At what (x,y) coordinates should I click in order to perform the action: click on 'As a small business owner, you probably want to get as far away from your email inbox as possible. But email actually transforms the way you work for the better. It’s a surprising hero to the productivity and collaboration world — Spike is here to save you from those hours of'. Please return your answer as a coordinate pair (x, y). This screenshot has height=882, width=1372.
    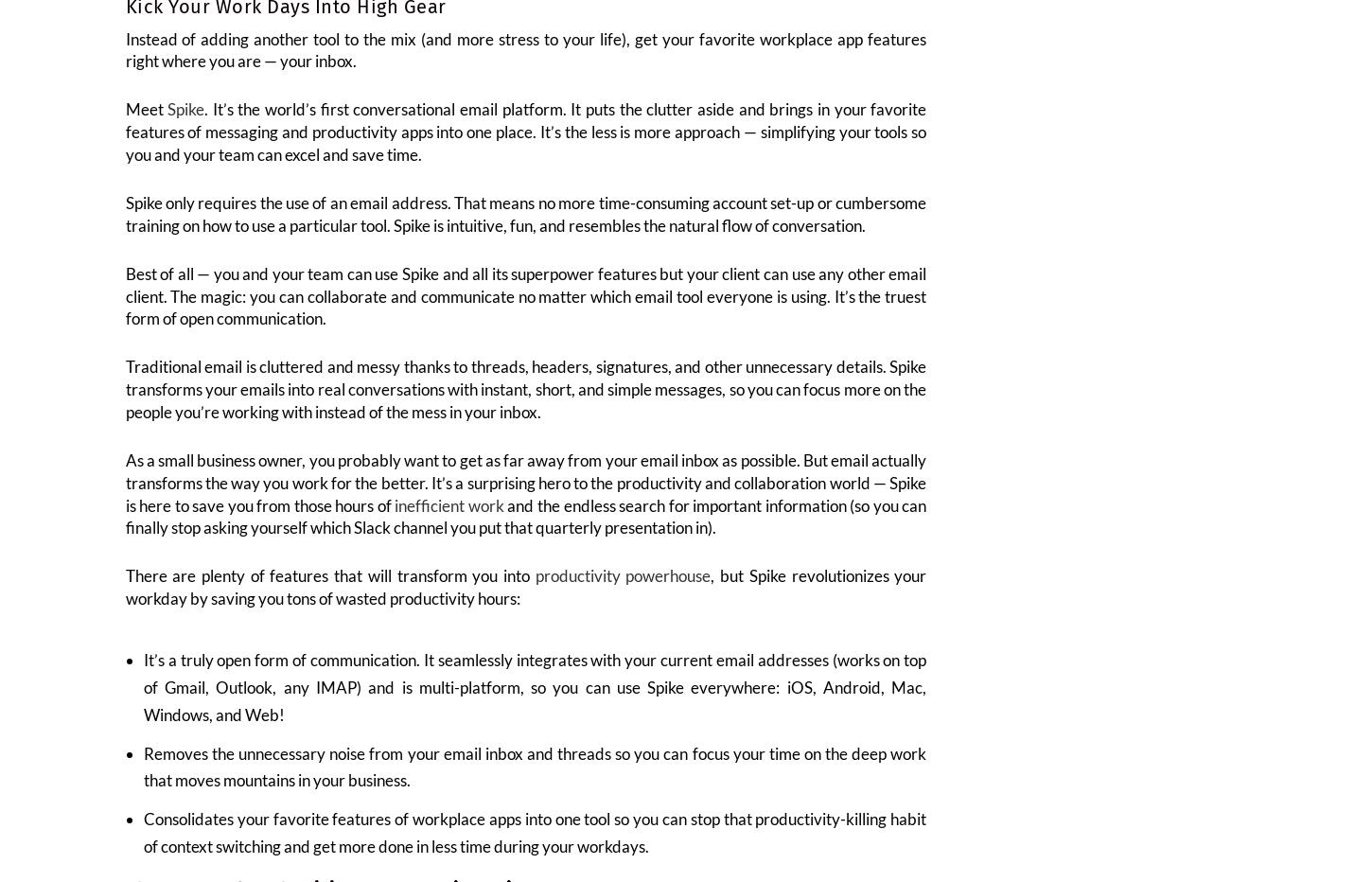
    Looking at the image, I should click on (525, 493).